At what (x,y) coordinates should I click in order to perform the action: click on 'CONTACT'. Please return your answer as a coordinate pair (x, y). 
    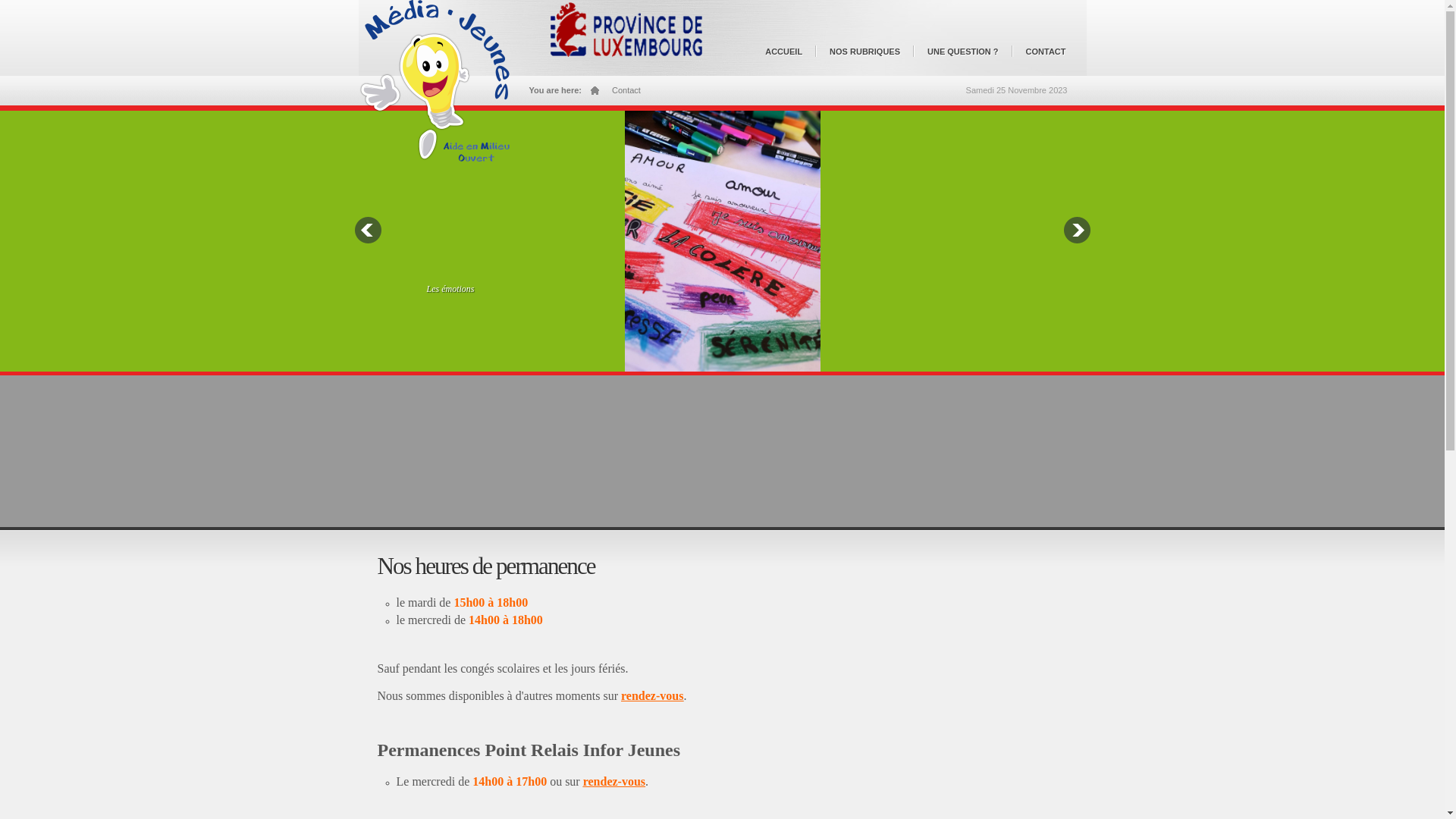
    Looking at the image, I should click on (1049, 58).